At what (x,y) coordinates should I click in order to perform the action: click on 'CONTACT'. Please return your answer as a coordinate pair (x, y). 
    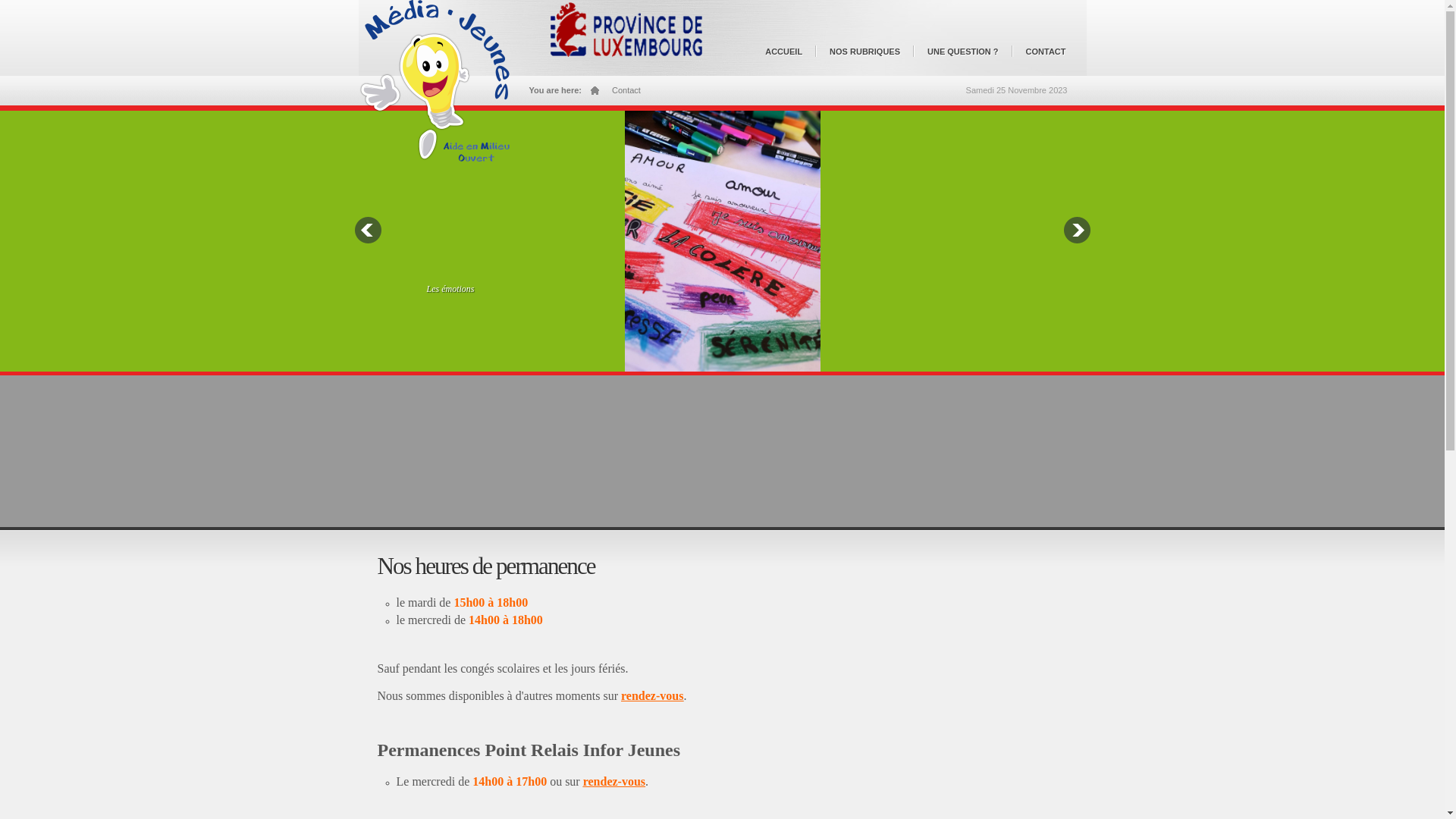
    Looking at the image, I should click on (1049, 58).